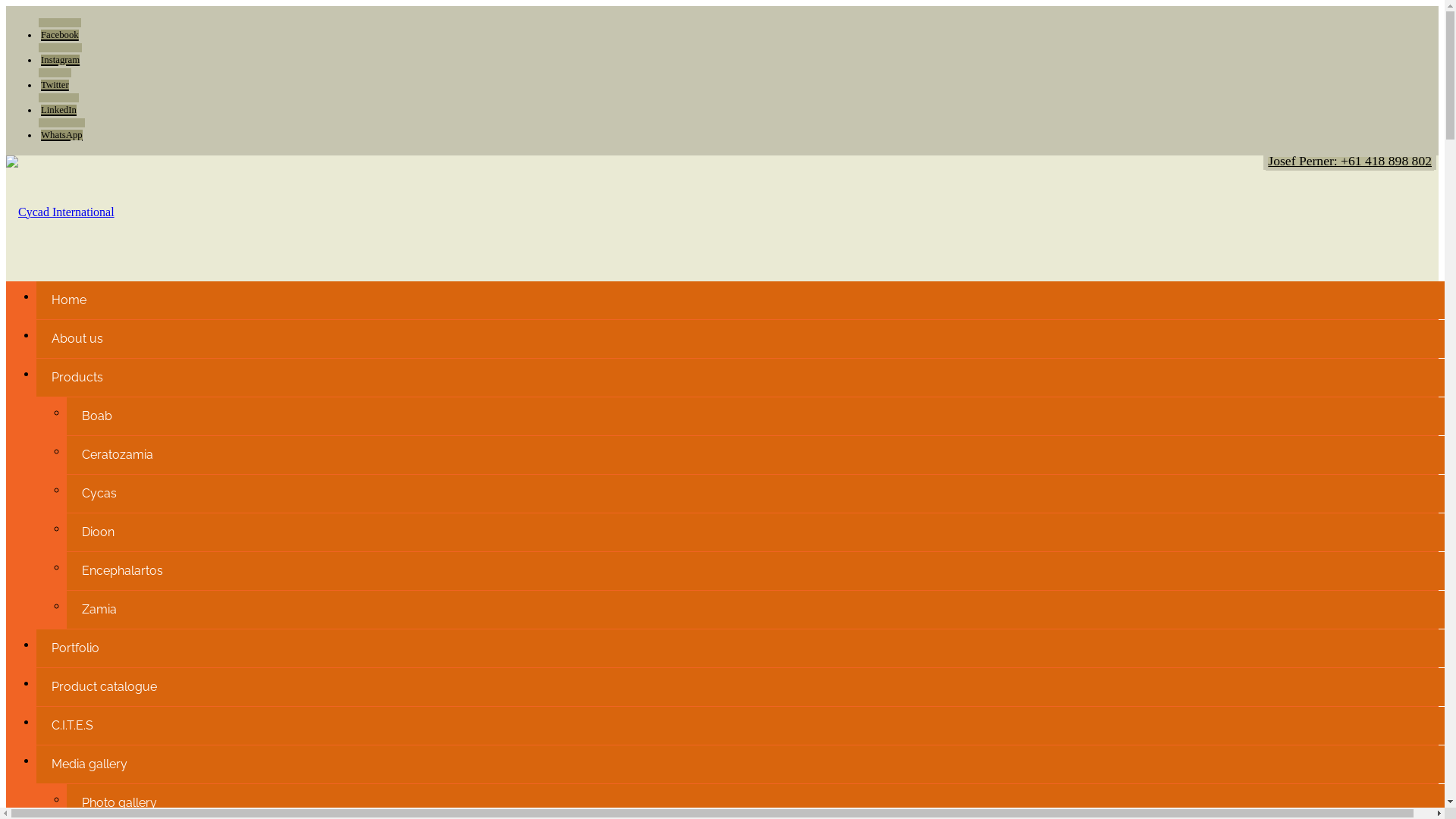  Describe the element at coordinates (59, 30) in the screenshot. I see `'Facebook'` at that location.